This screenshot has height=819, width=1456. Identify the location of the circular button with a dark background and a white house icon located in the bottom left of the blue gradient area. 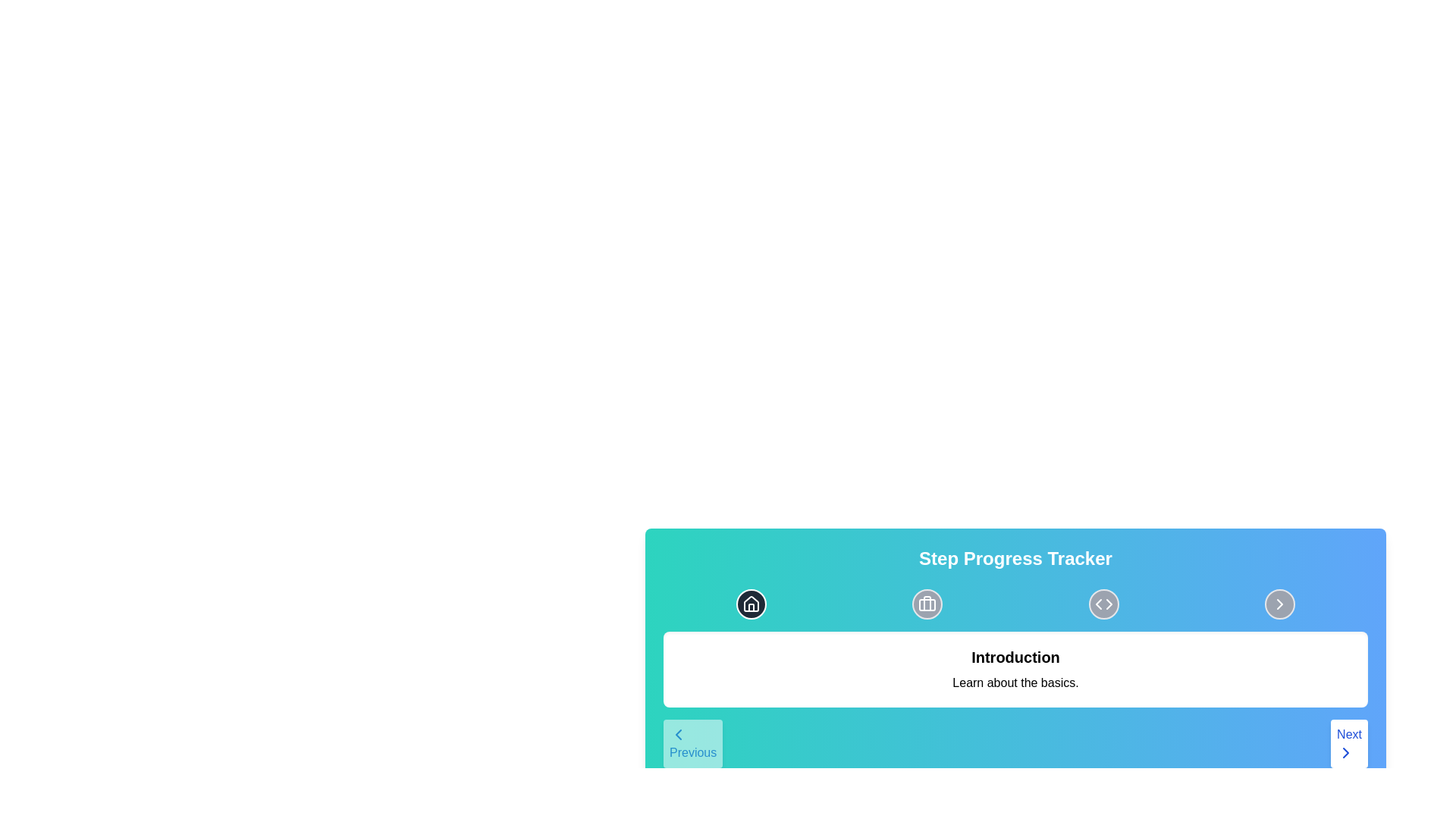
(752, 604).